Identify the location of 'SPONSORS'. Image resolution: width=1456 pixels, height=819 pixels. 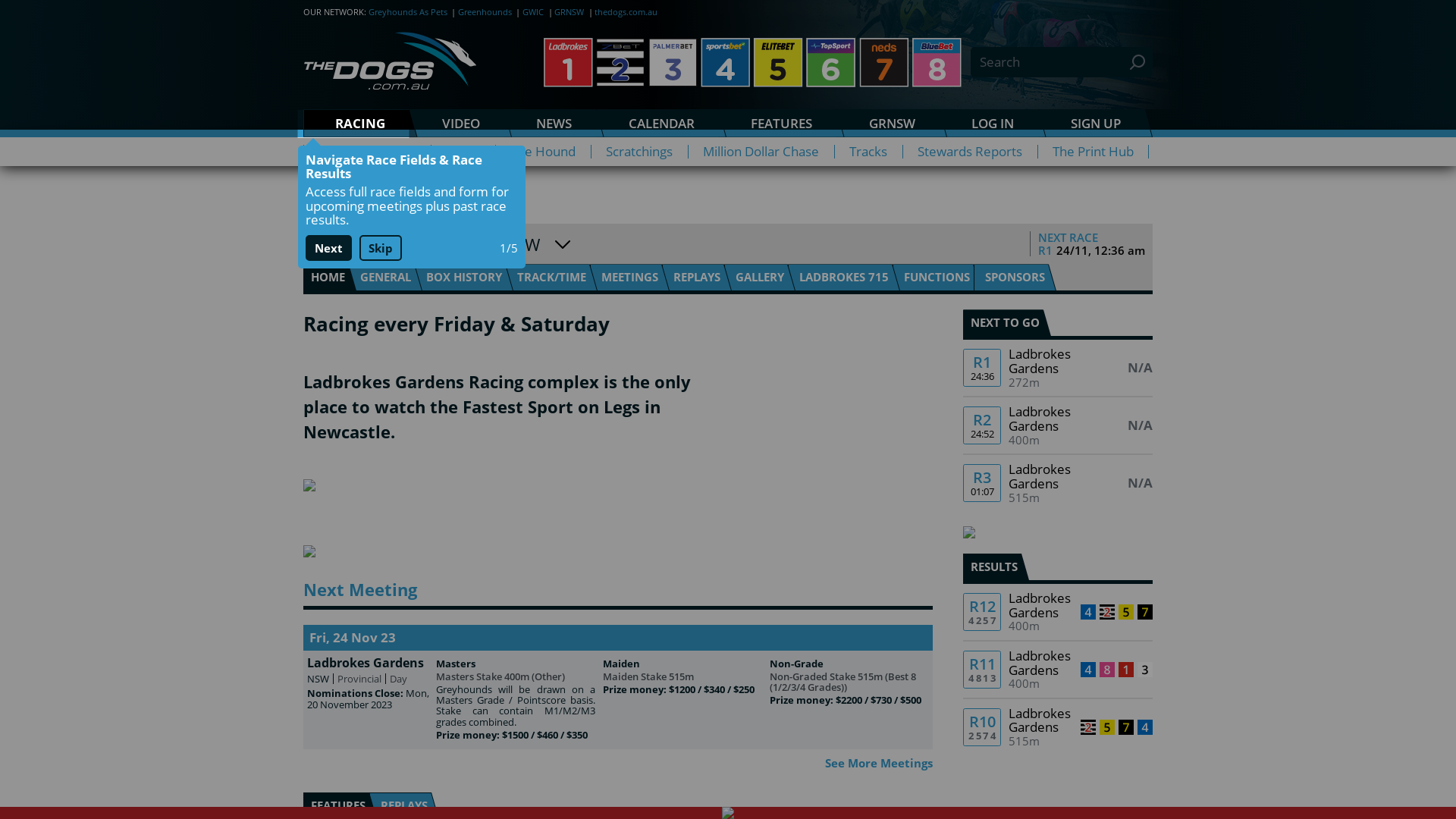
(973, 277).